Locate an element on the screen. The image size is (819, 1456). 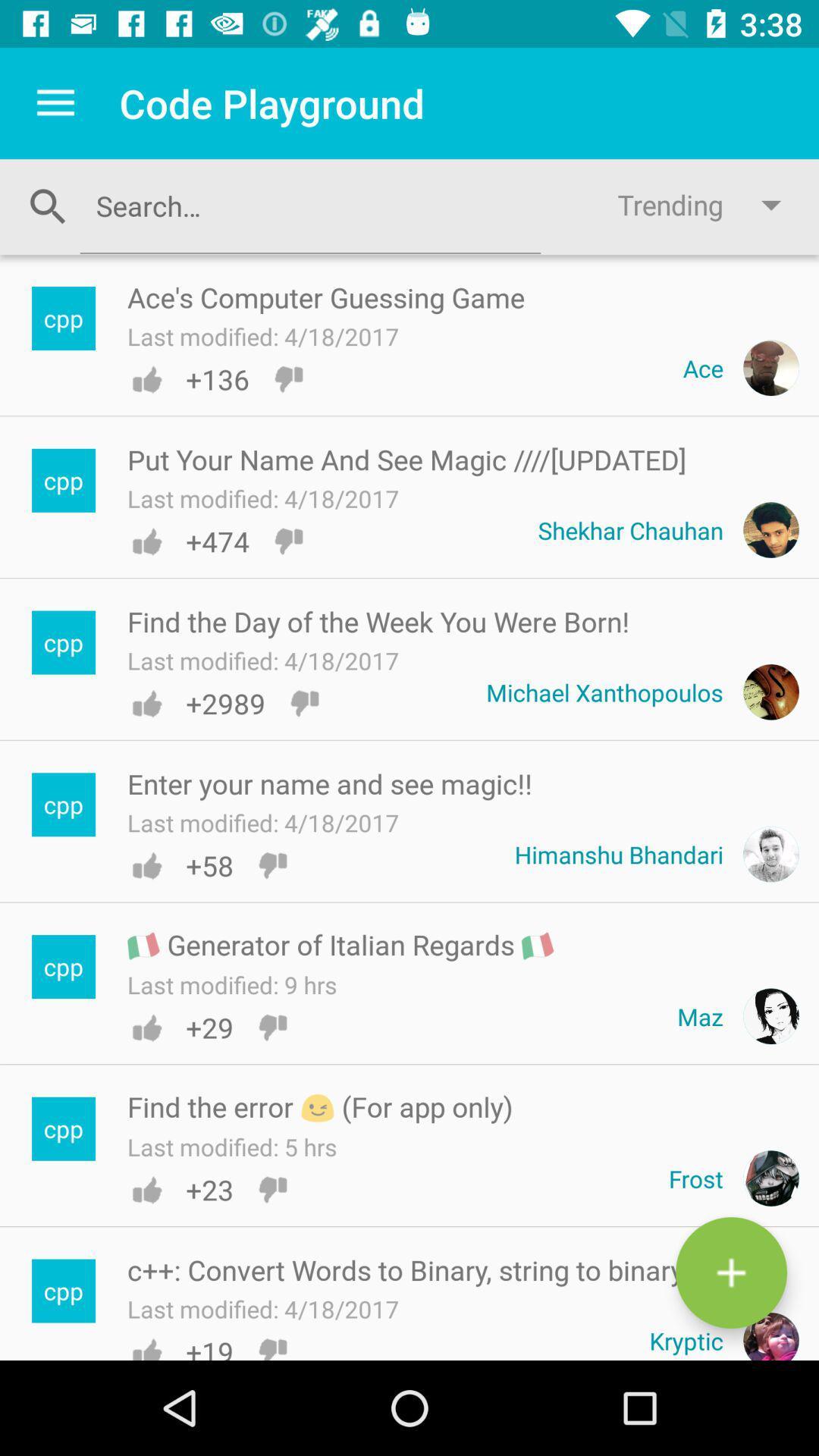
the add icon is located at coordinates (730, 1272).